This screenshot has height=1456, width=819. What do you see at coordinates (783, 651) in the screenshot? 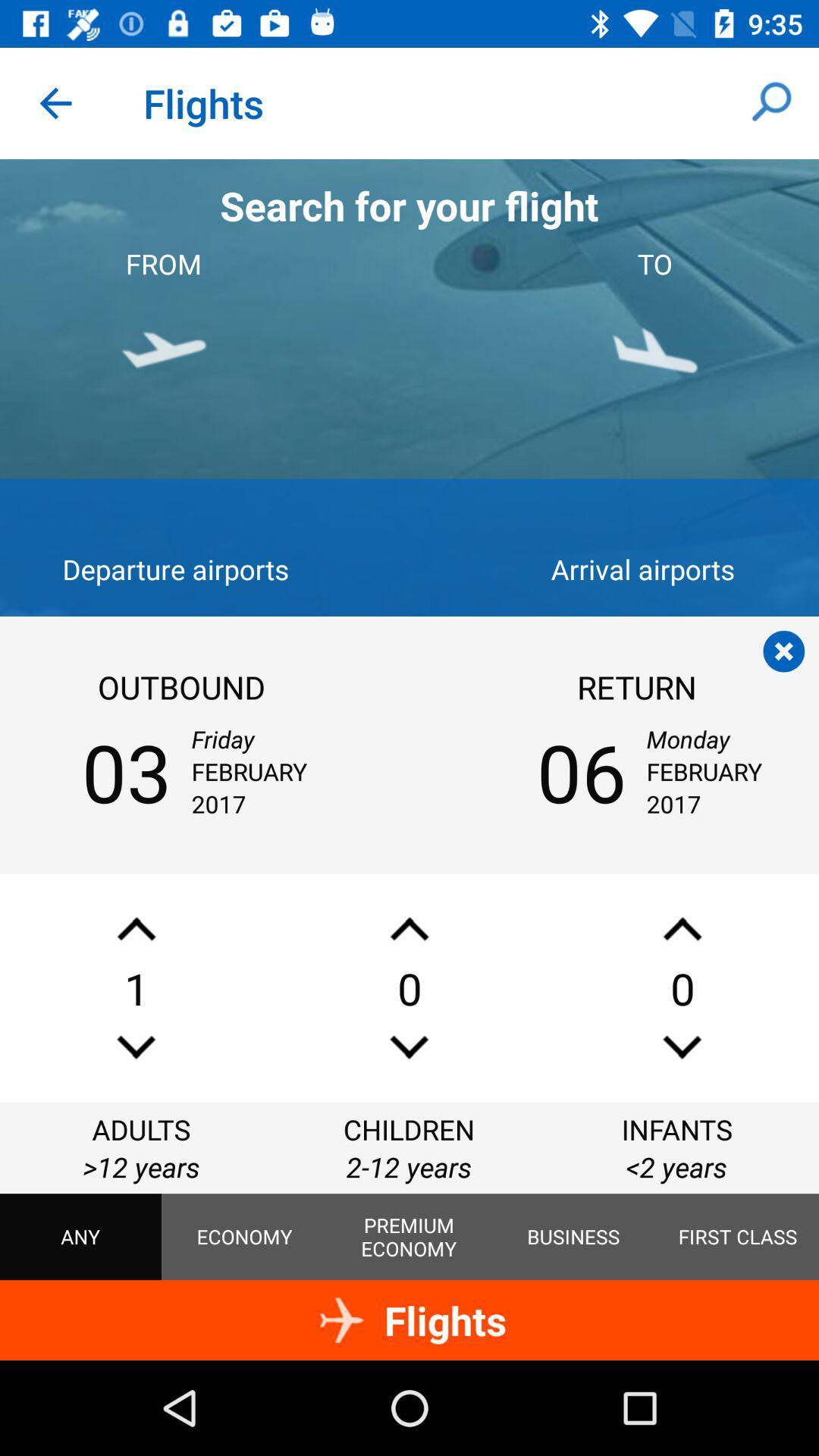
I see `flight search` at bounding box center [783, 651].